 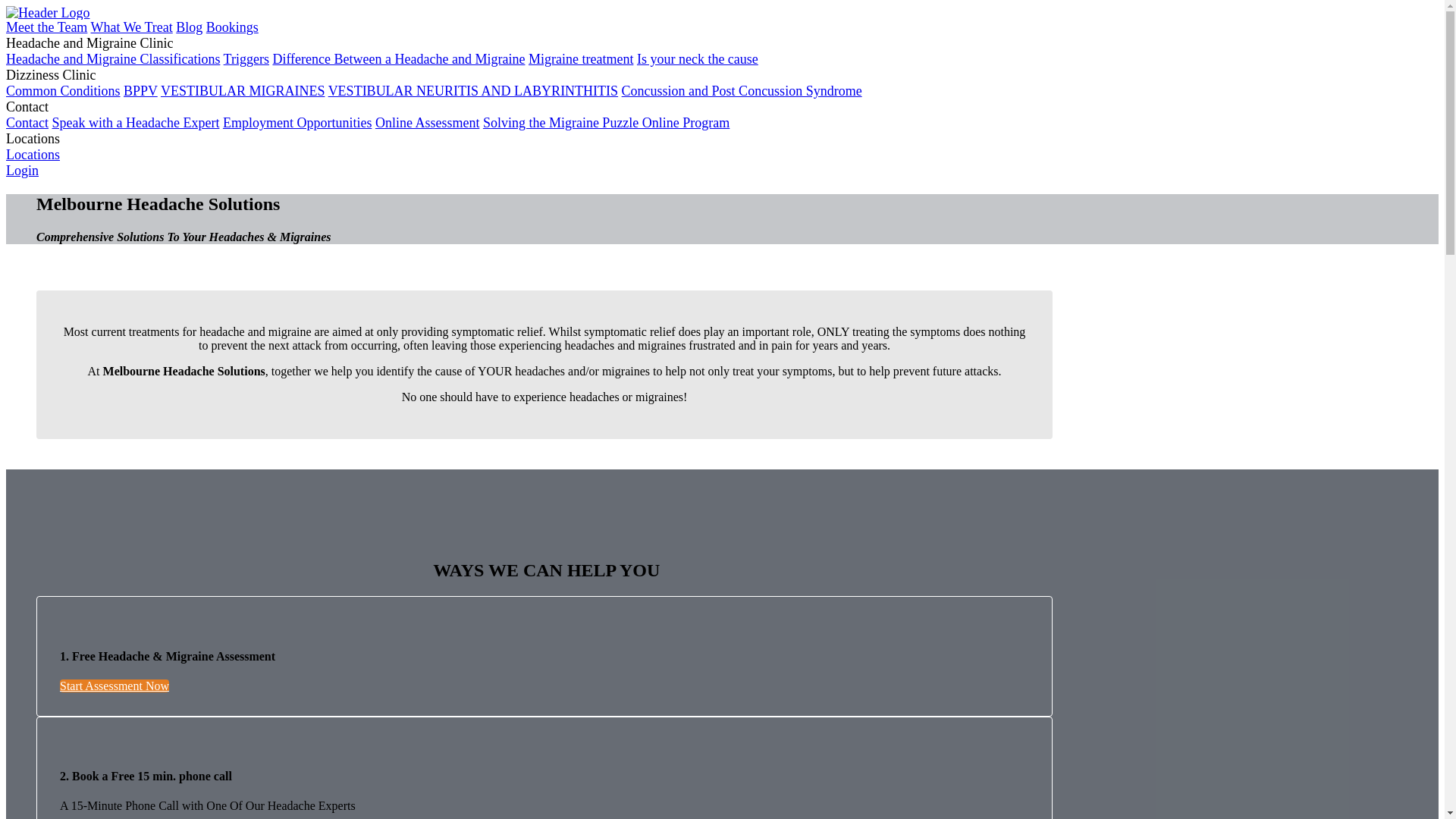 I want to click on 'Bookings', so click(x=206, y=27).